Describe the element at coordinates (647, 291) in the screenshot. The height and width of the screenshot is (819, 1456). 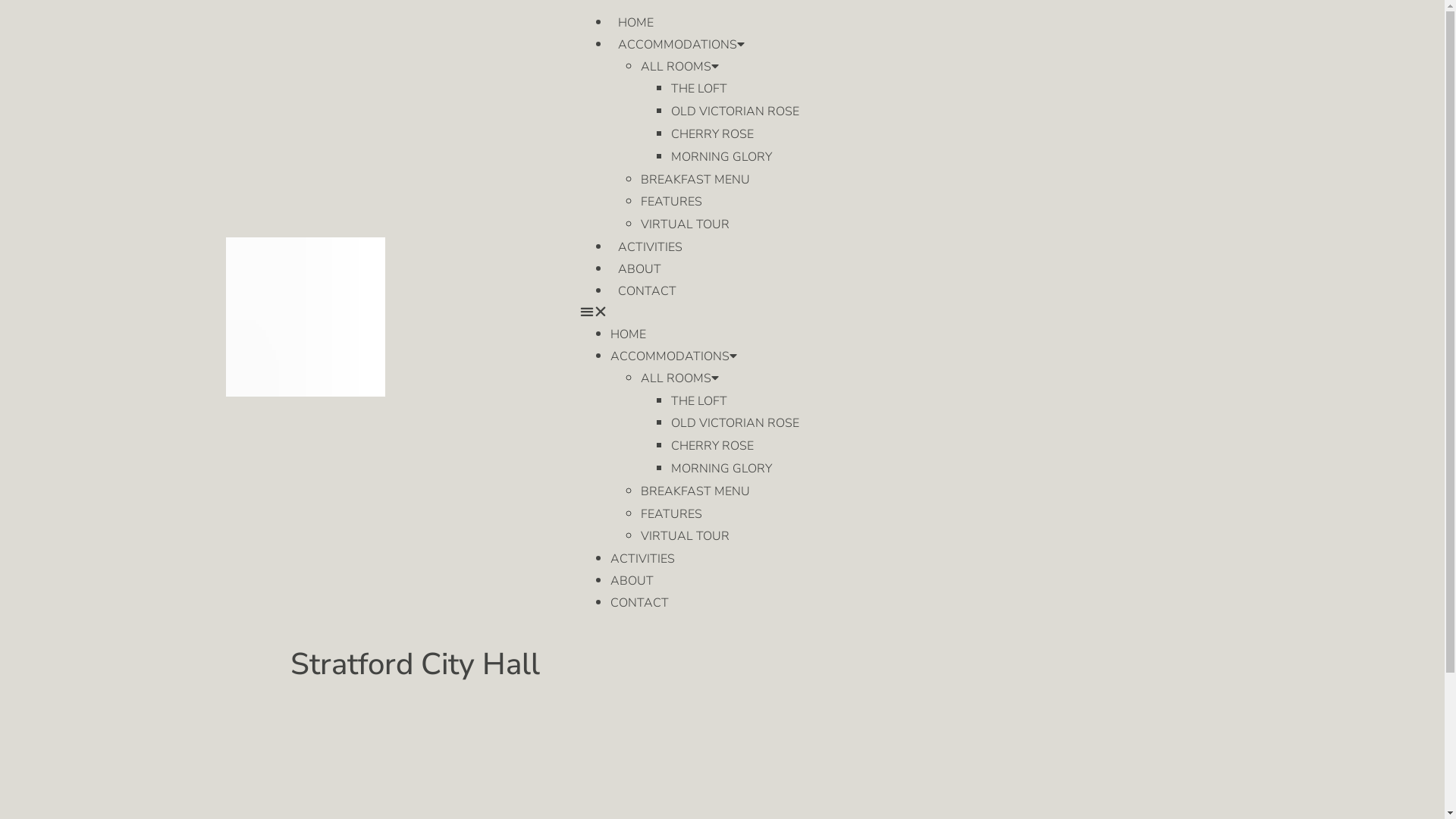
I see `'CONTACT'` at that location.